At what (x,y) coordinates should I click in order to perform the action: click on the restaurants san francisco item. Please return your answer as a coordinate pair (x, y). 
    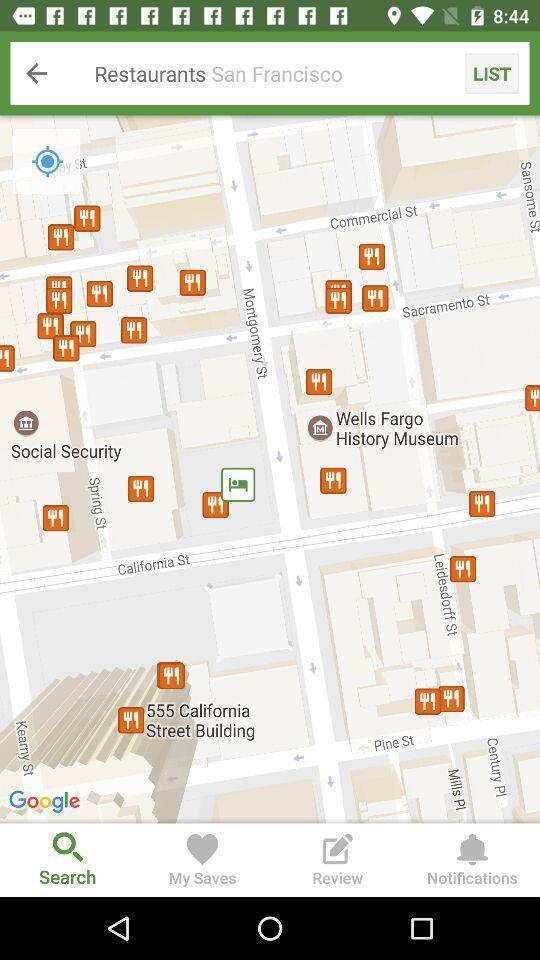
    Looking at the image, I should click on (270, 73).